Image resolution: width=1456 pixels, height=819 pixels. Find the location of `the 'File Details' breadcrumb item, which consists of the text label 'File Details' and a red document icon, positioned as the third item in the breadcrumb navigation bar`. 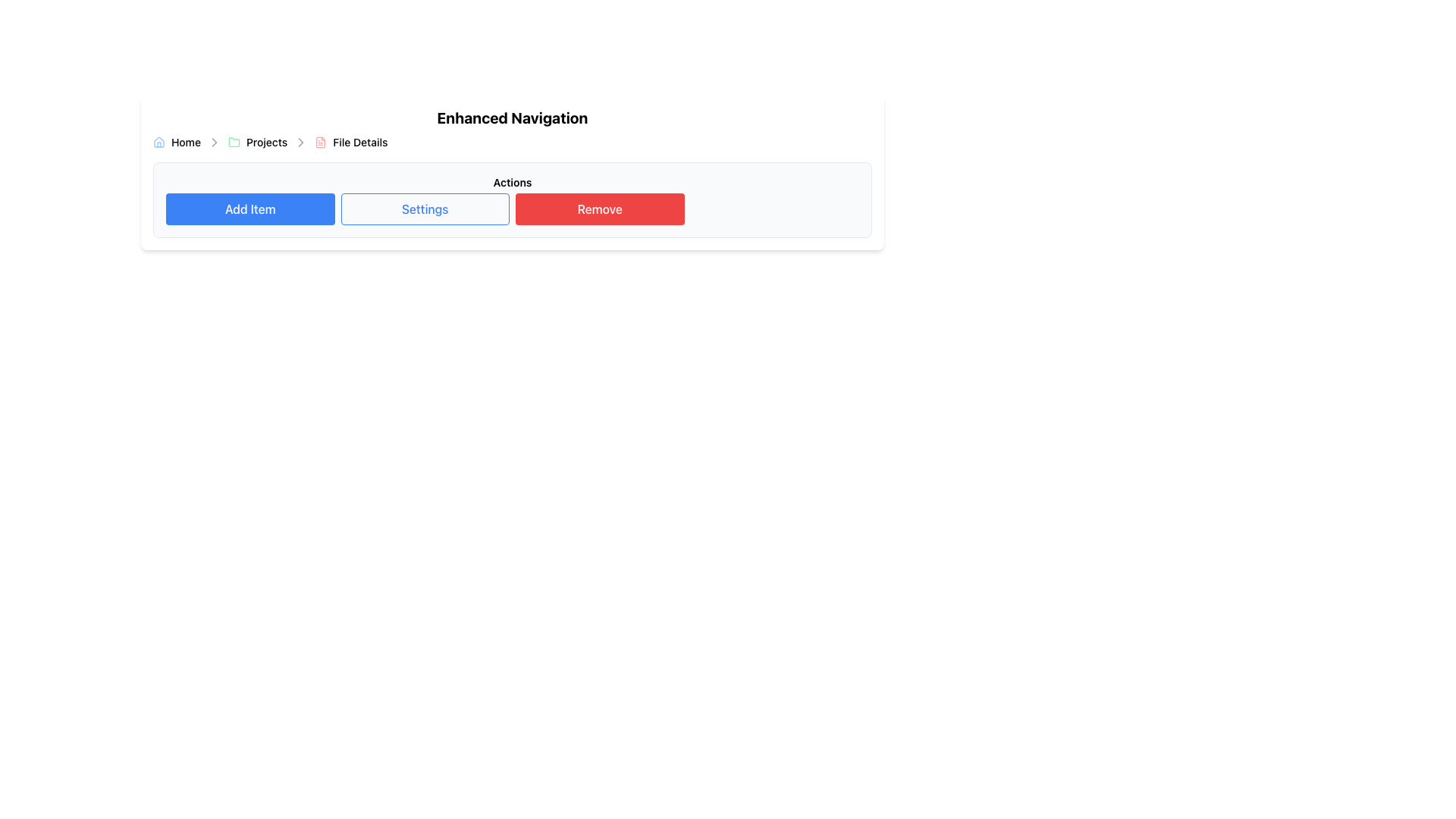

the 'File Details' breadcrumb item, which consists of the text label 'File Details' and a red document icon, positioned as the third item in the breadcrumb navigation bar is located at coordinates (350, 143).